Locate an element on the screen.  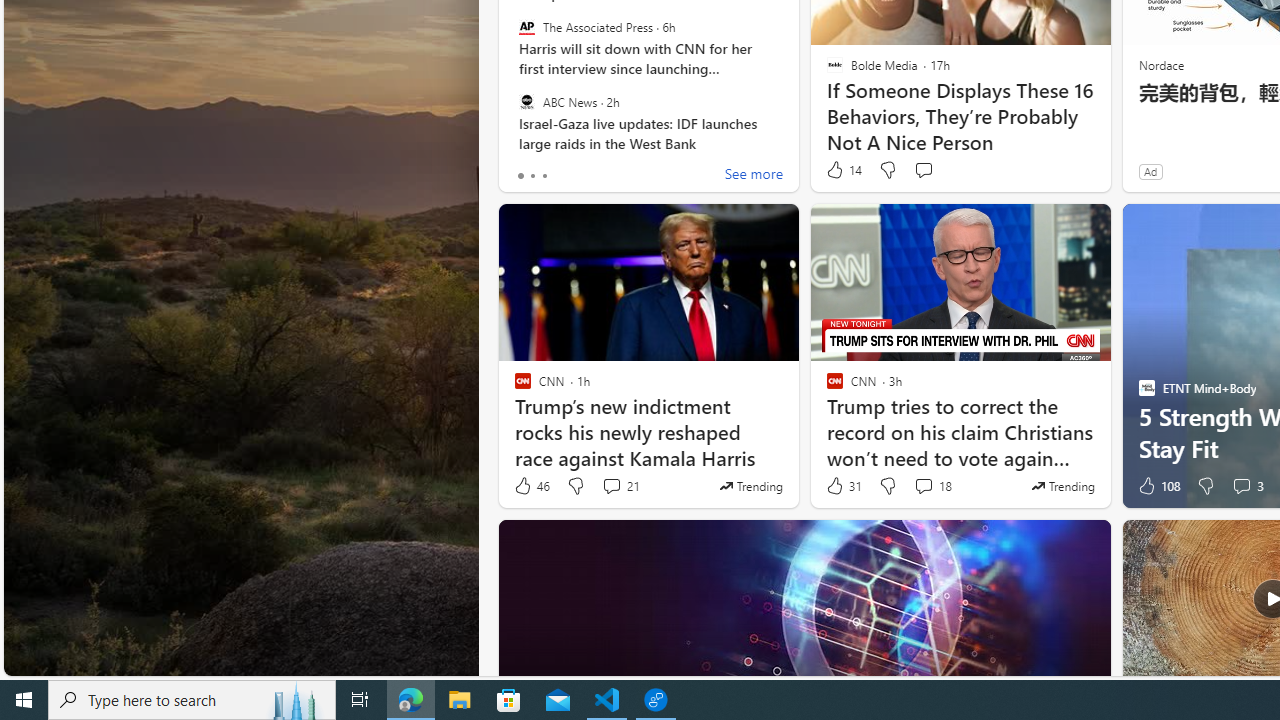
'This story is trending' is located at coordinates (1062, 486).